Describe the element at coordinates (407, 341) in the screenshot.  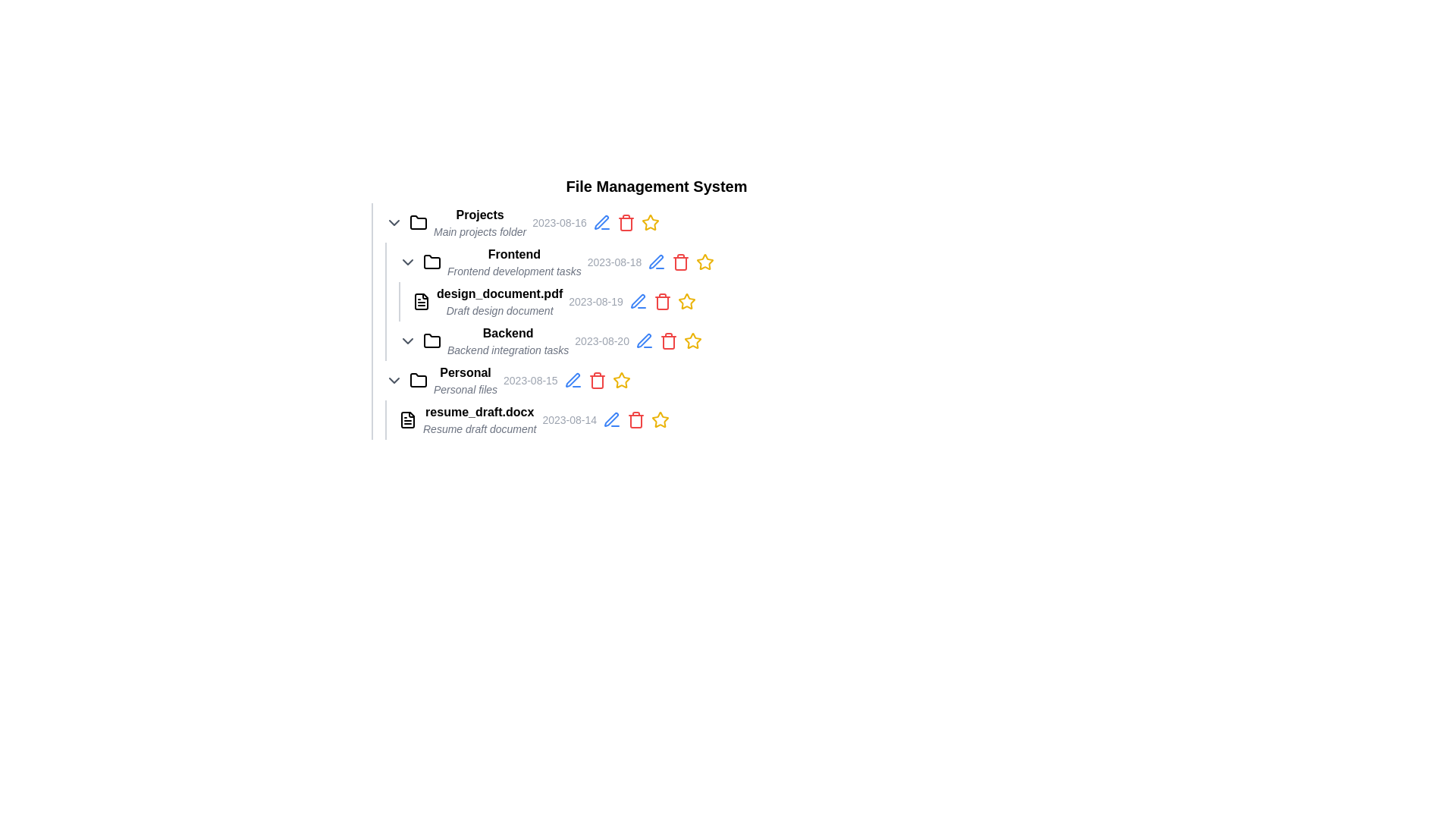
I see `the chevron button located to the left of the 'Backend' text` at that location.